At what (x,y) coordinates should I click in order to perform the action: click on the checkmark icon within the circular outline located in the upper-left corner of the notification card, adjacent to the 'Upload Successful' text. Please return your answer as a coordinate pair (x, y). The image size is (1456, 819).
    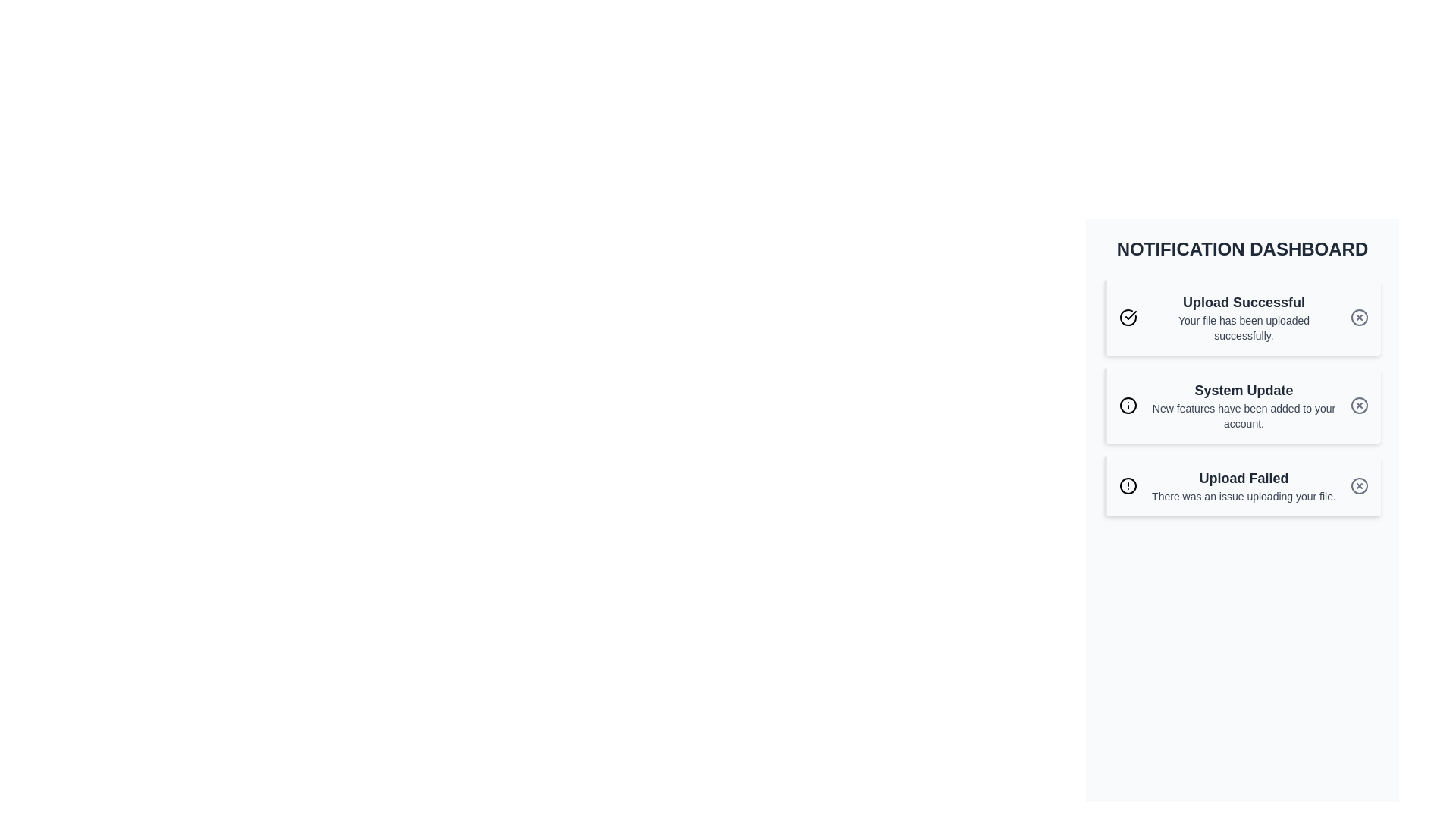
    Looking at the image, I should click on (1131, 315).